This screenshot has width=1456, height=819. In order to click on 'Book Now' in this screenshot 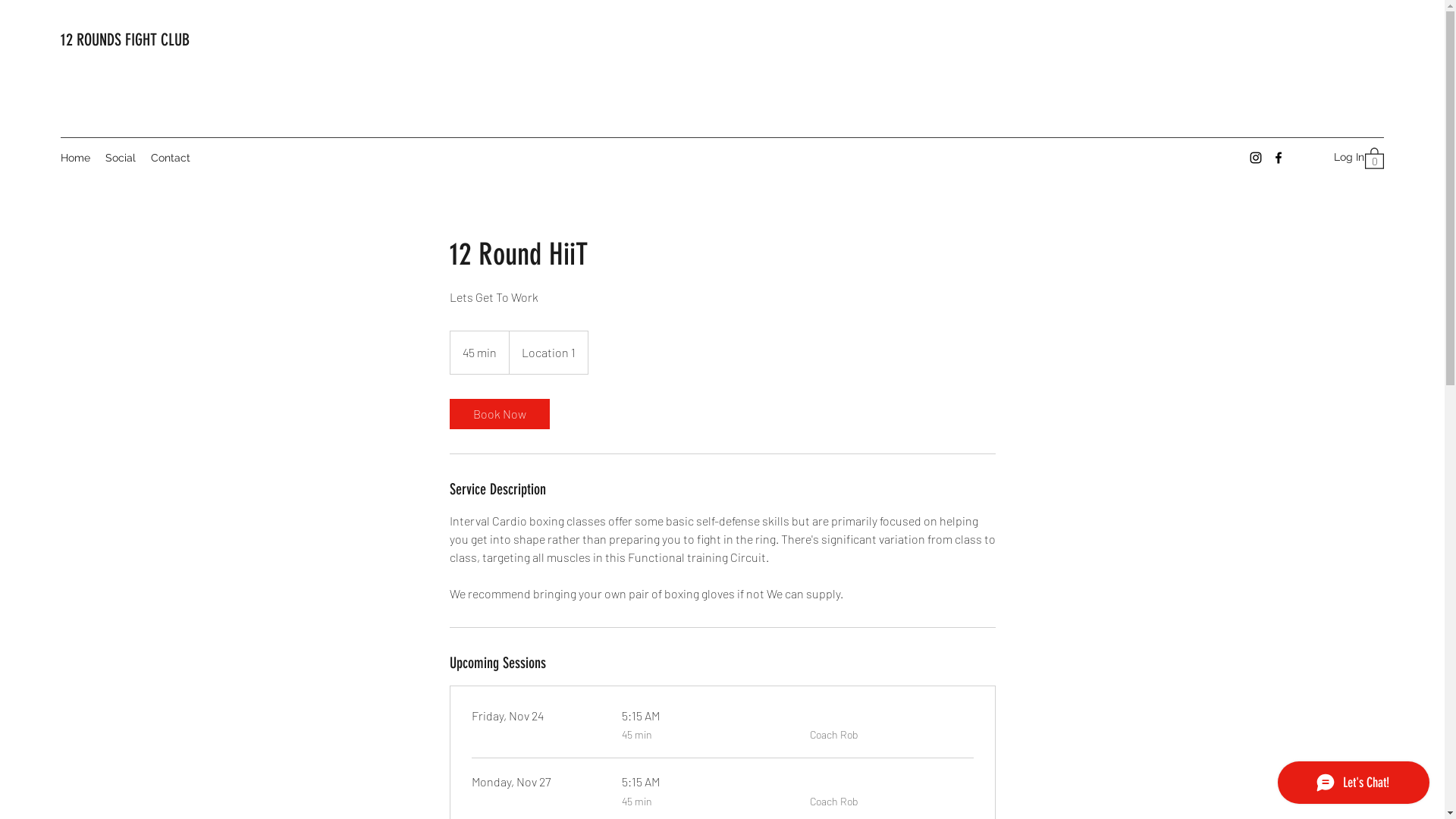, I will do `click(498, 414)`.